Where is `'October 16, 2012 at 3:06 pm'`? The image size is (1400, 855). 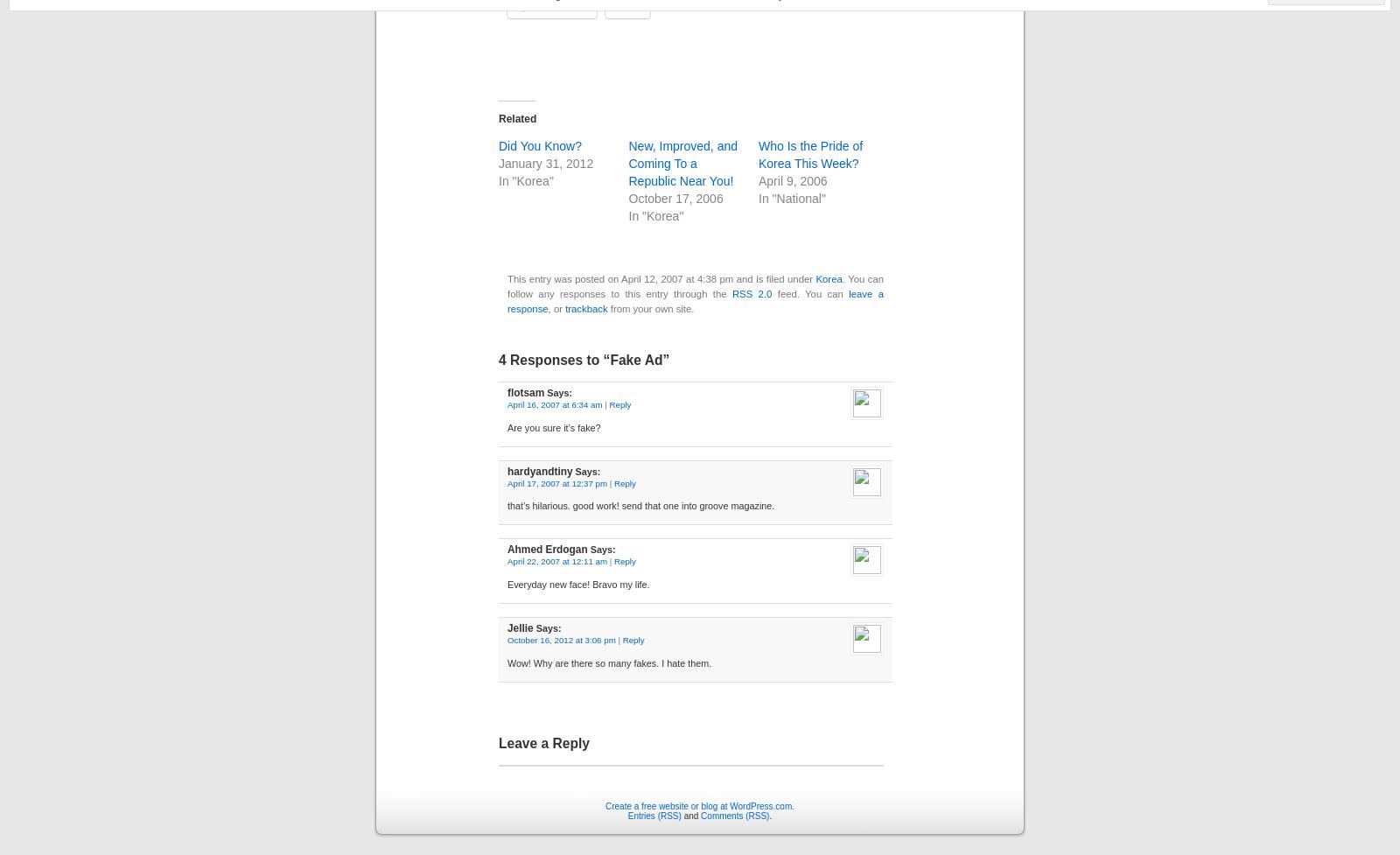
'October 16, 2012 at 3:06 pm' is located at coordinates (507, 640).